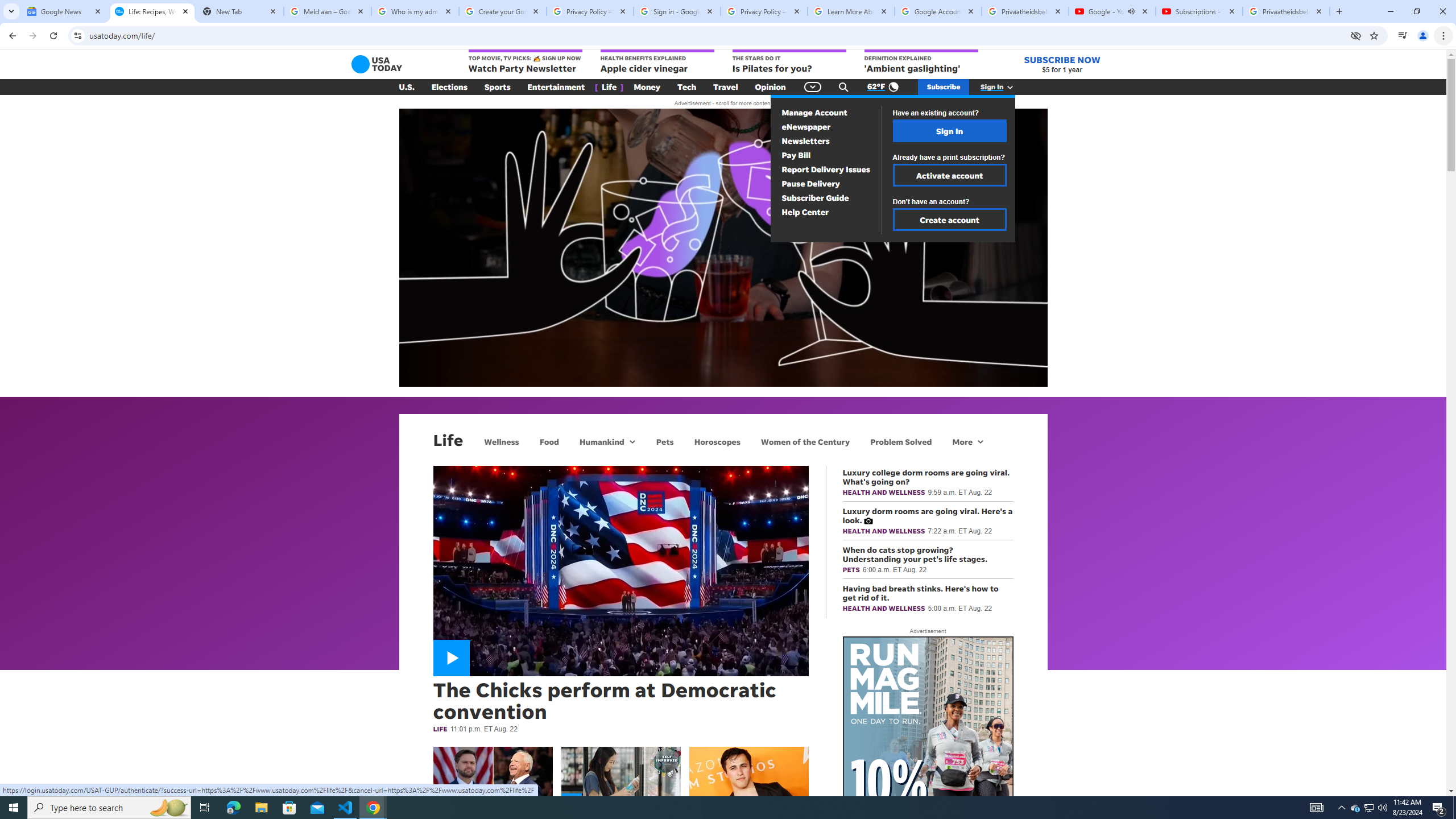 This screenshot has height=819, width=1456. I want to click on 'Subscribe', so click(943, 87).